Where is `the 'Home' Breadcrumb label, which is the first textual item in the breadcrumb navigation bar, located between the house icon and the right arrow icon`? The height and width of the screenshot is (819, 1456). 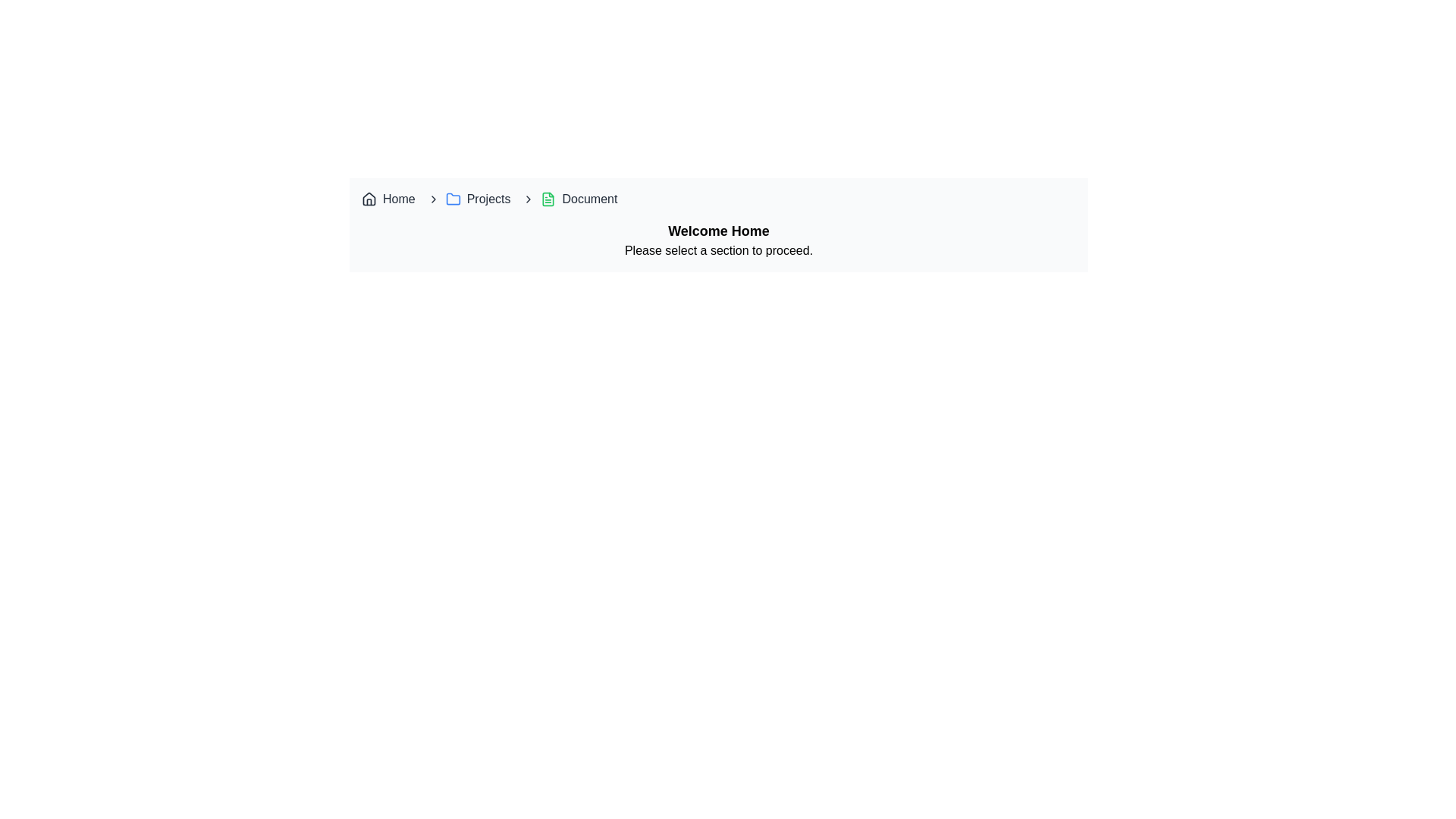 the 'Home' Breadcrumb label, which is the first textual item in the breadcrumb navigation bar, located between the house icon and the right arrow icon is located at coordinates (399, 198).